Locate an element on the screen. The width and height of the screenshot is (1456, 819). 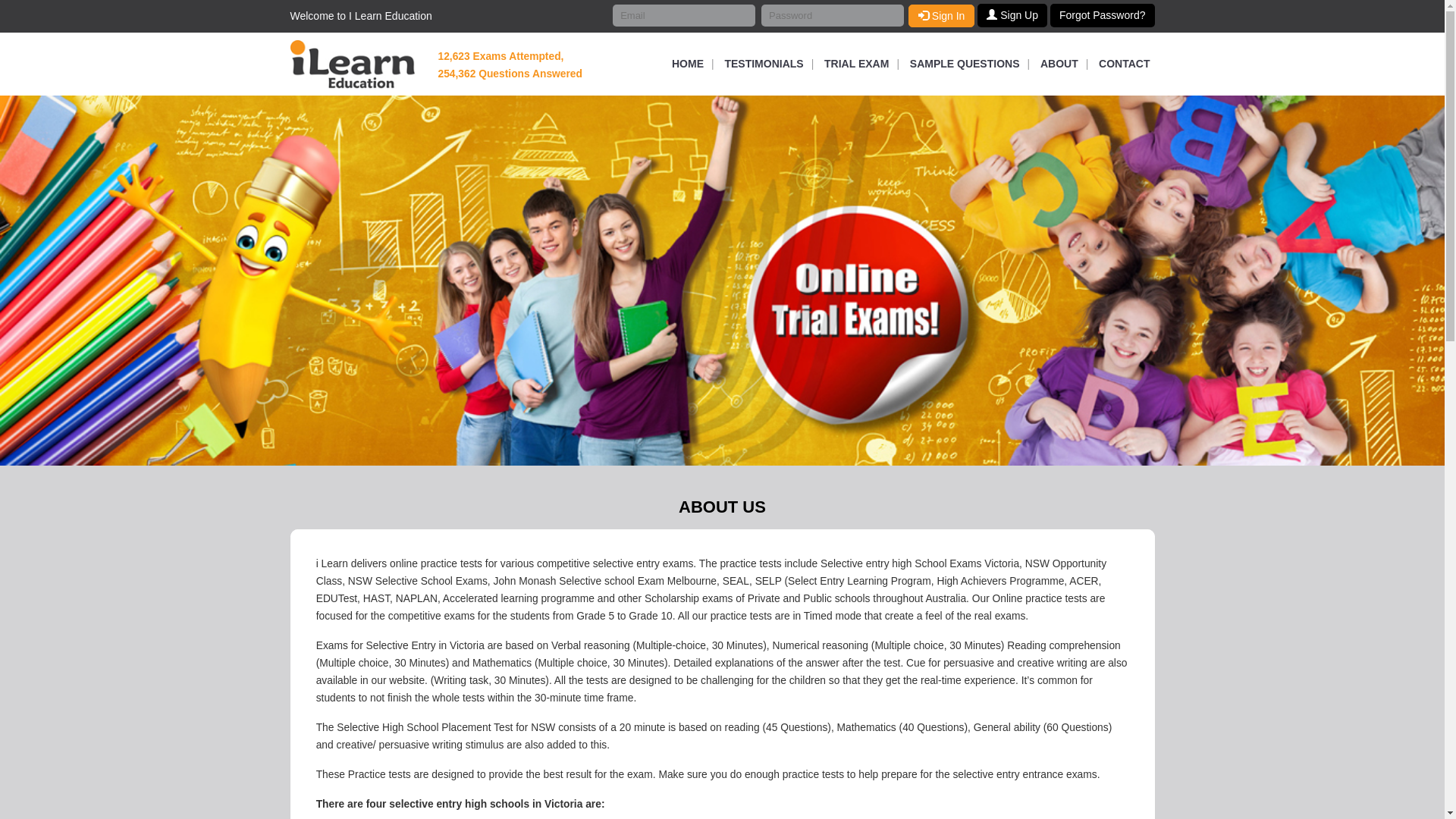
'TESTIMONIALS' is located at coordinates (764, 63).